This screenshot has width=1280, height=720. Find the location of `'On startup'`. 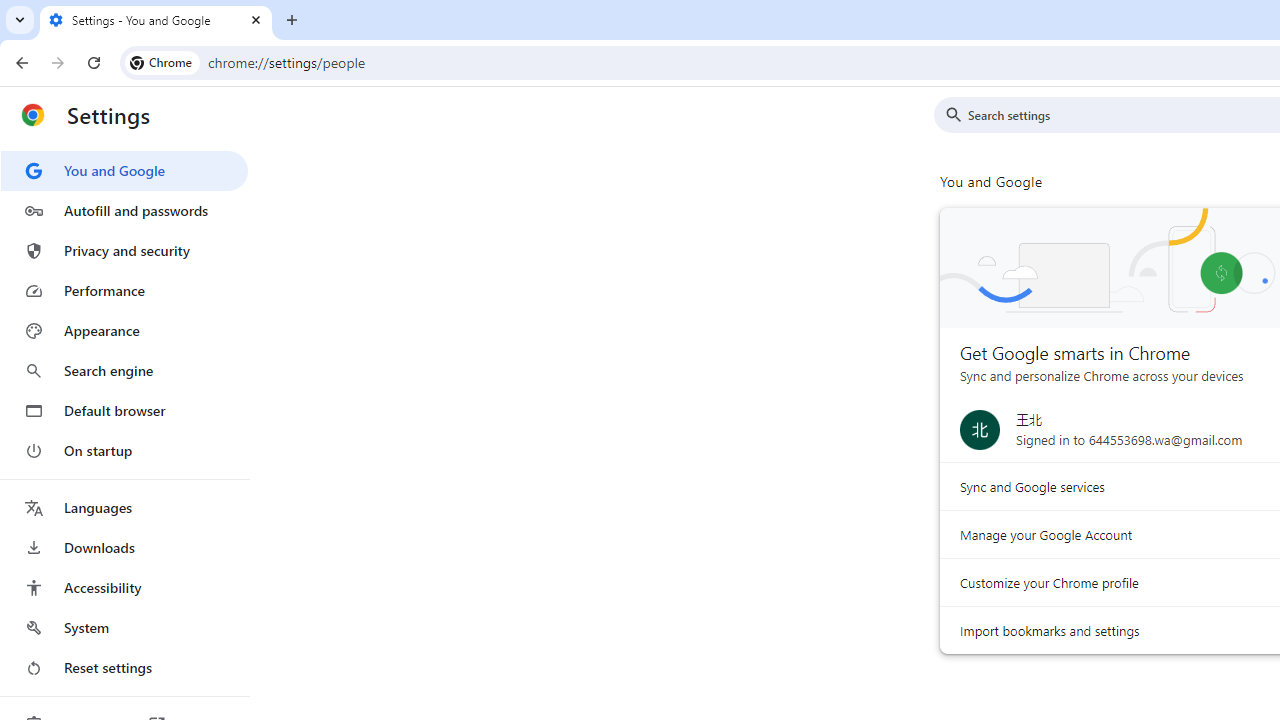

'On startup' is located at coordinates (123, 451).